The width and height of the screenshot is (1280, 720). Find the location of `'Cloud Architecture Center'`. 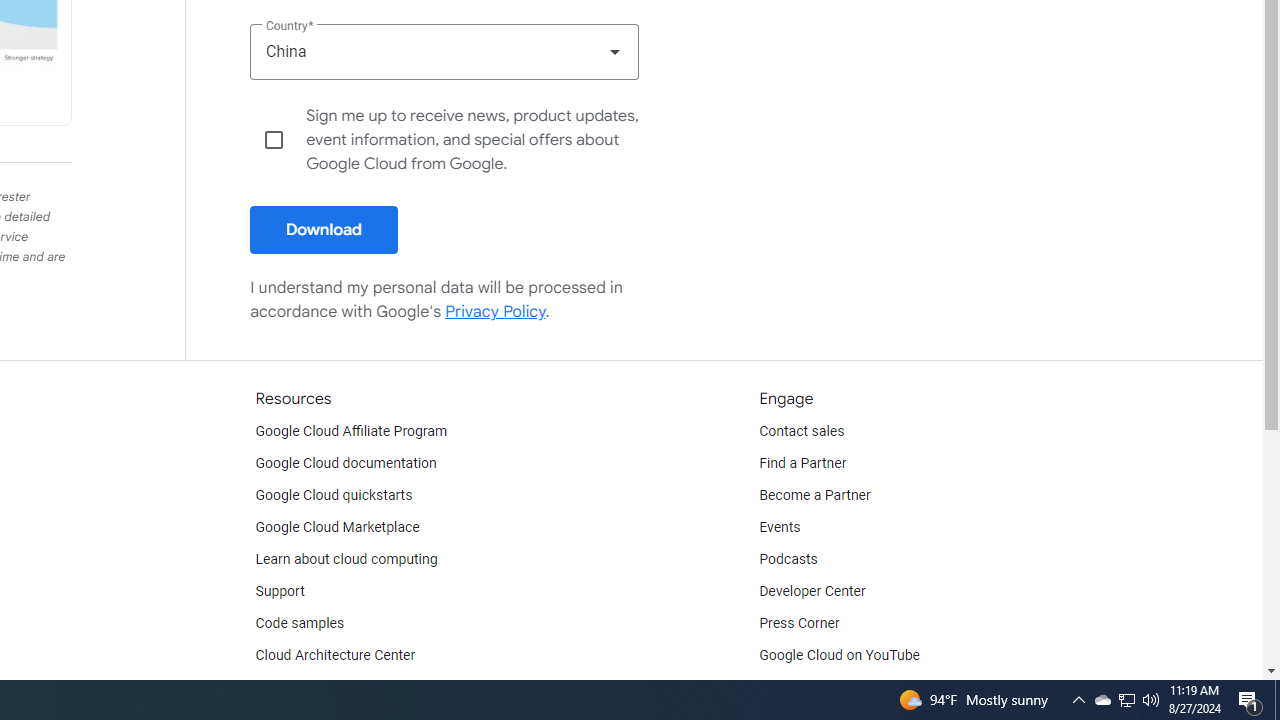

'Cloud Architecture Center' is located at coordinates (335, 655).